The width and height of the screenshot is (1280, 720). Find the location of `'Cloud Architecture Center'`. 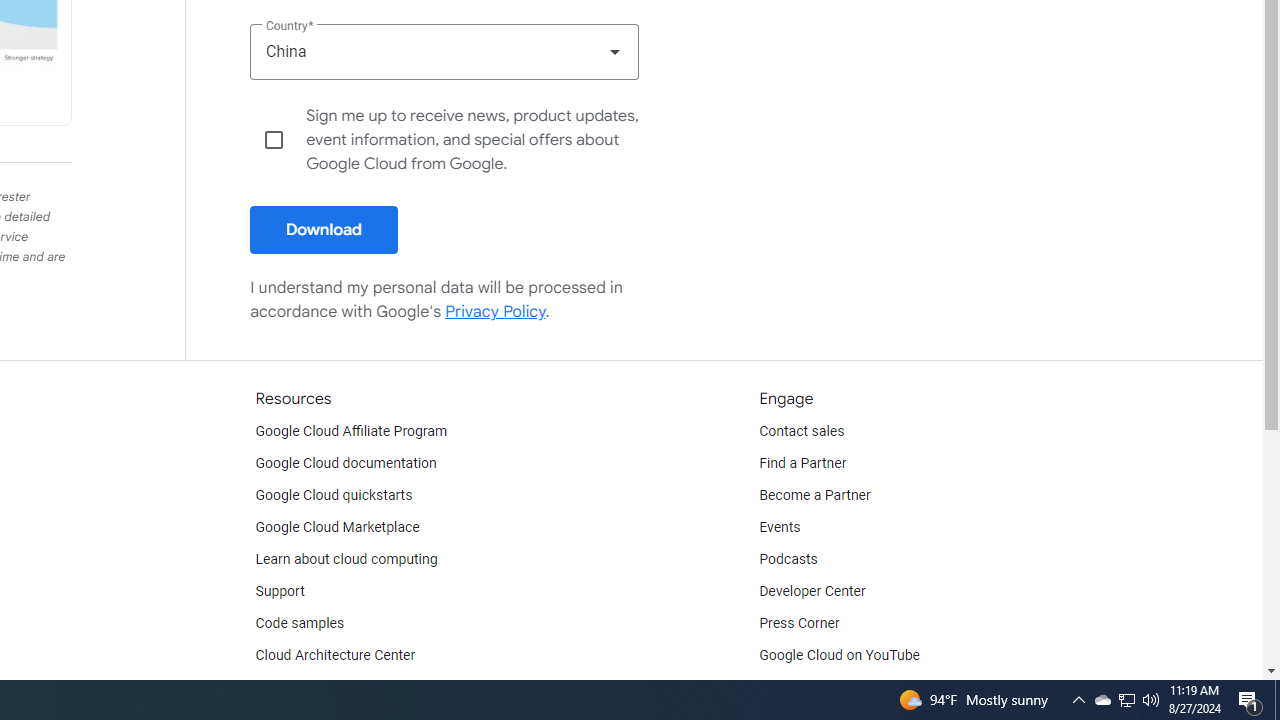

'Cloud Architecture Center' is located at coordinates (335, 655).